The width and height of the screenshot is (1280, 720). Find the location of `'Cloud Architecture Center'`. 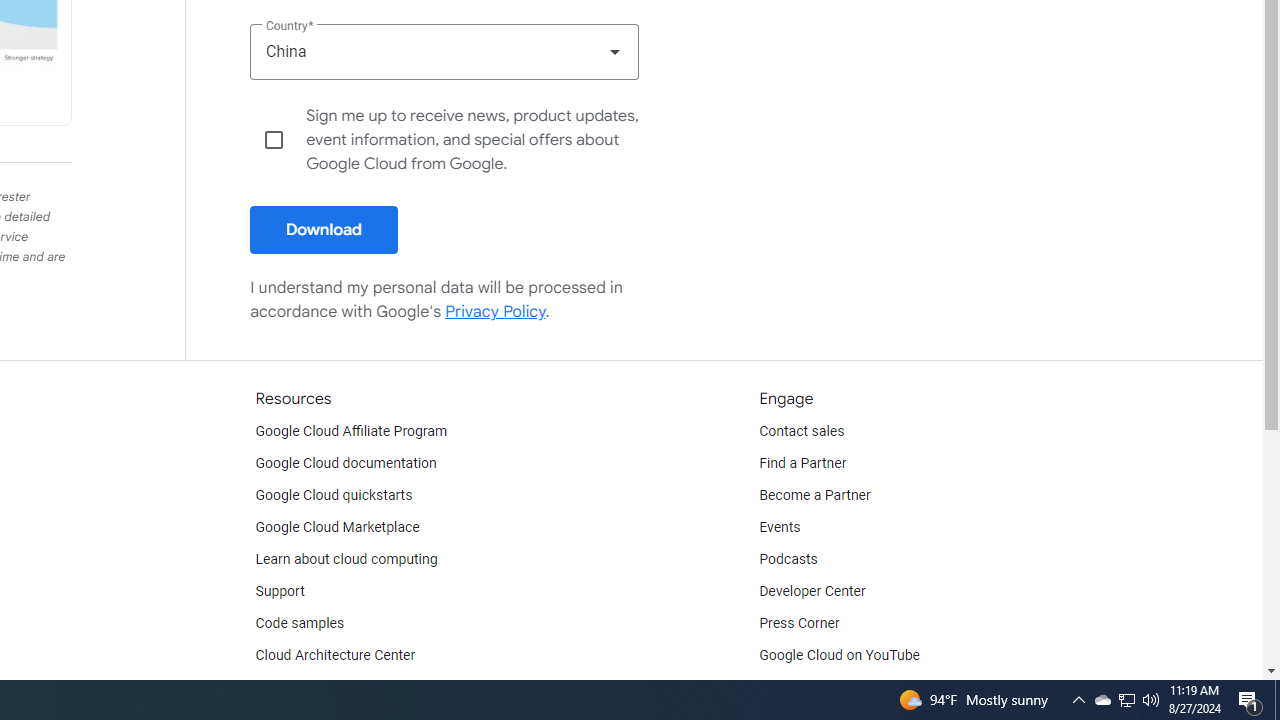

'Cloud Architecture Center' is located at coordinates (335, 655).